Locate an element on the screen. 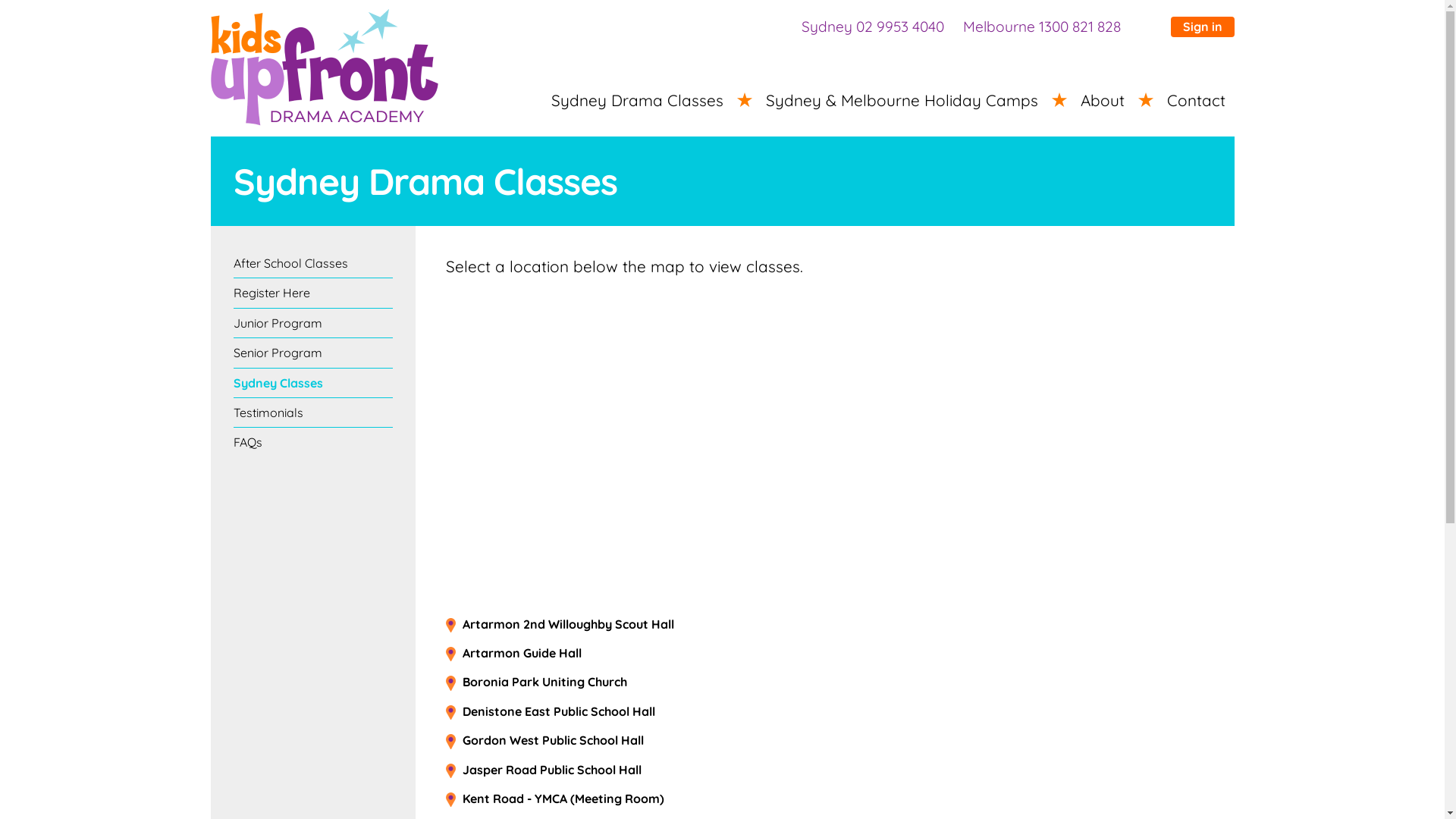 The width and height of the screenshot is (1456, 819). 'Contact' is located at coordinates (1194, 100).